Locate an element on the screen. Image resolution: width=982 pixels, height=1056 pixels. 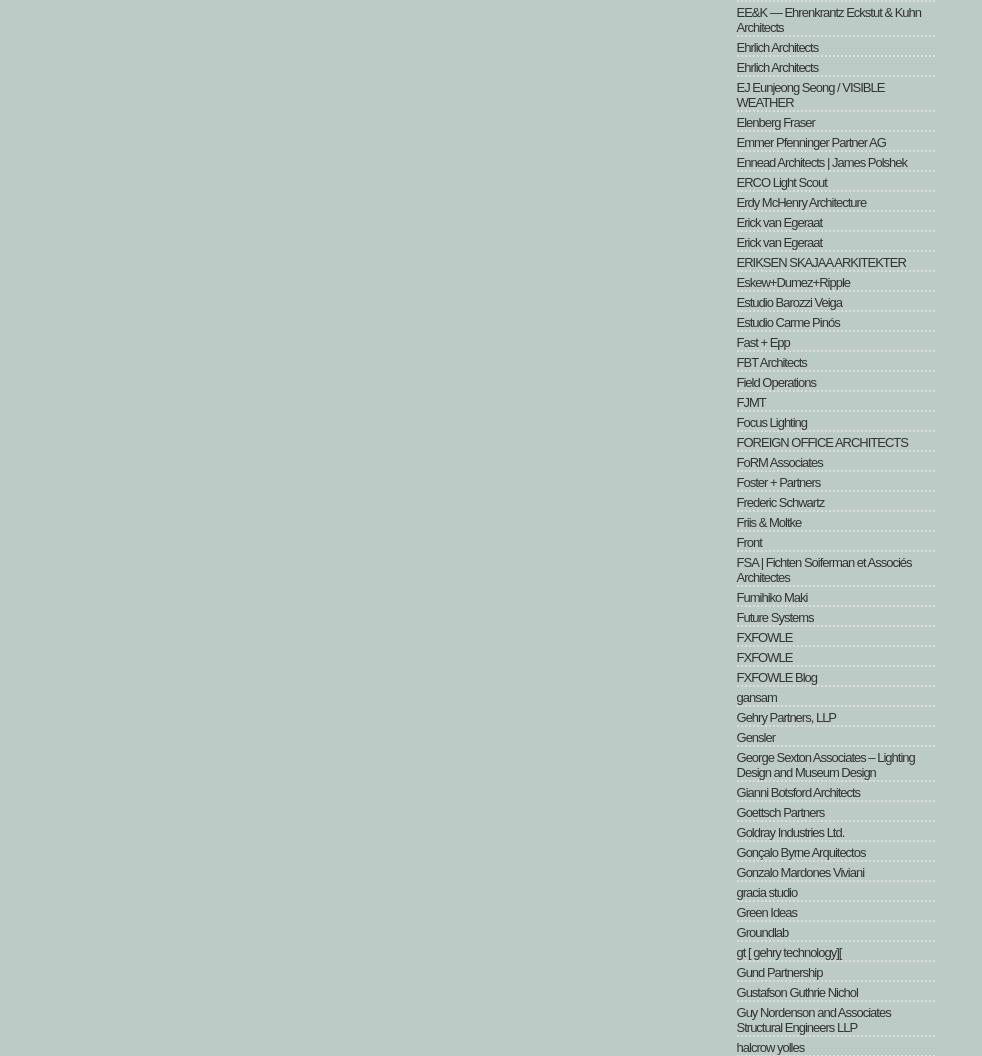
'Green Ideas' is located at coordinates (766, 911).